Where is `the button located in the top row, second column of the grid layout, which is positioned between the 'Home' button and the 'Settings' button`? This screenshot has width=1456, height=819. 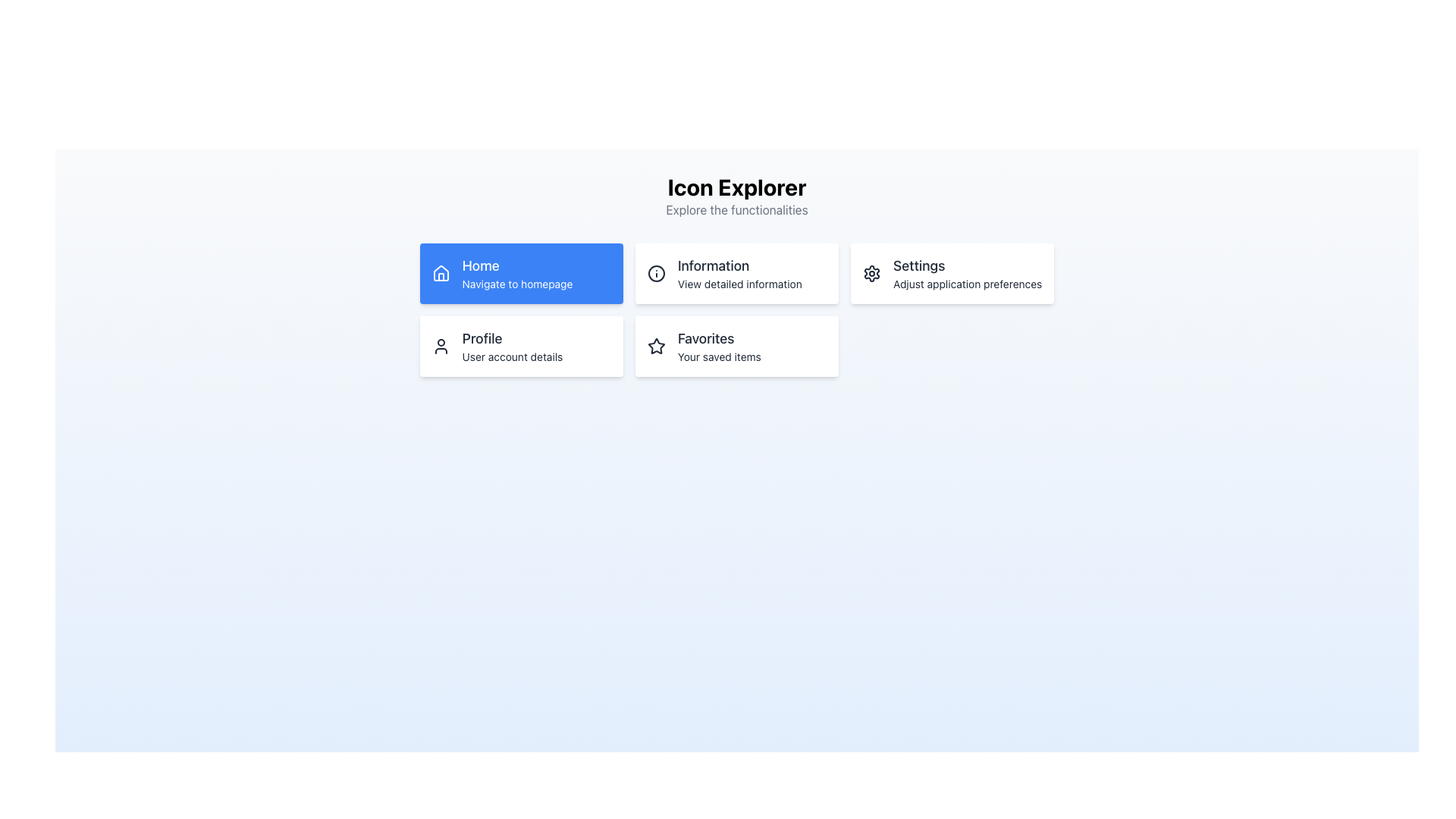
the button located in the top row, second column of the grid layout, which is positioned between the 'Home' button and the 'Settings' button is located at coordinates (736, 274).